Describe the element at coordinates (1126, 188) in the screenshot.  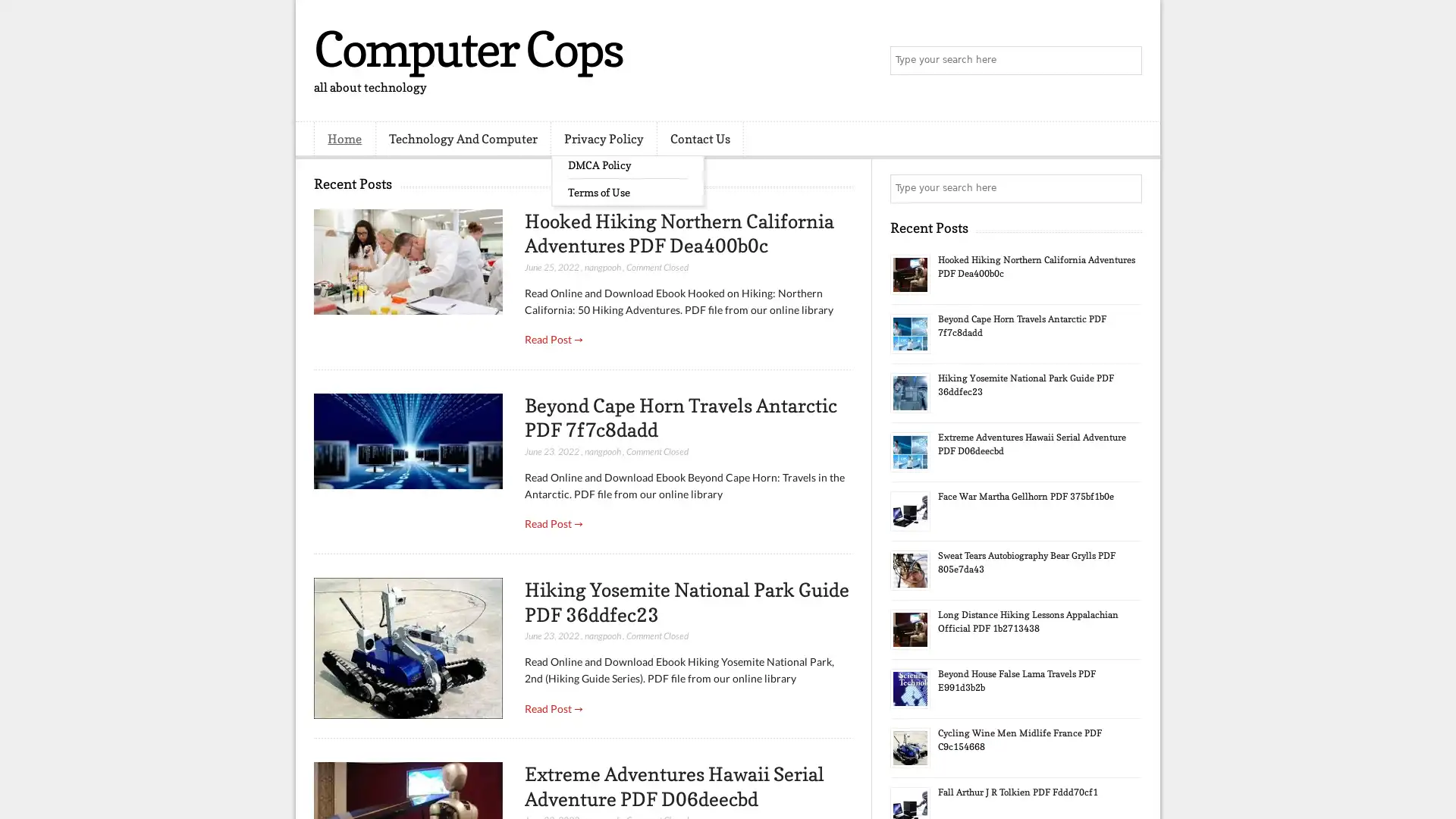
I see `Search` at that location.